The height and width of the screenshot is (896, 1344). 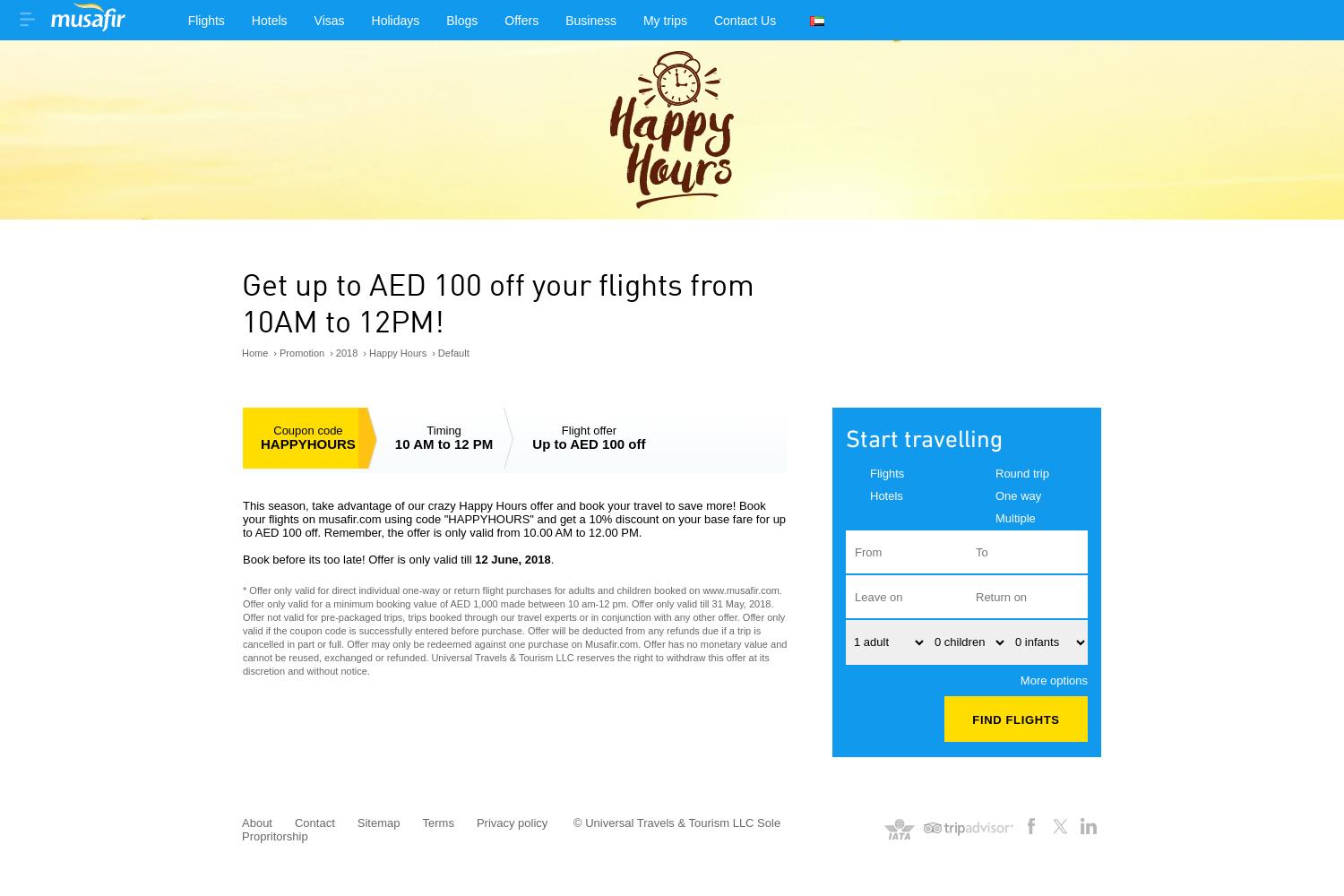 What do you see at coordinates (521, 21) in the screenshot?
I see `'Offers'` at bounding box center [521, 21].